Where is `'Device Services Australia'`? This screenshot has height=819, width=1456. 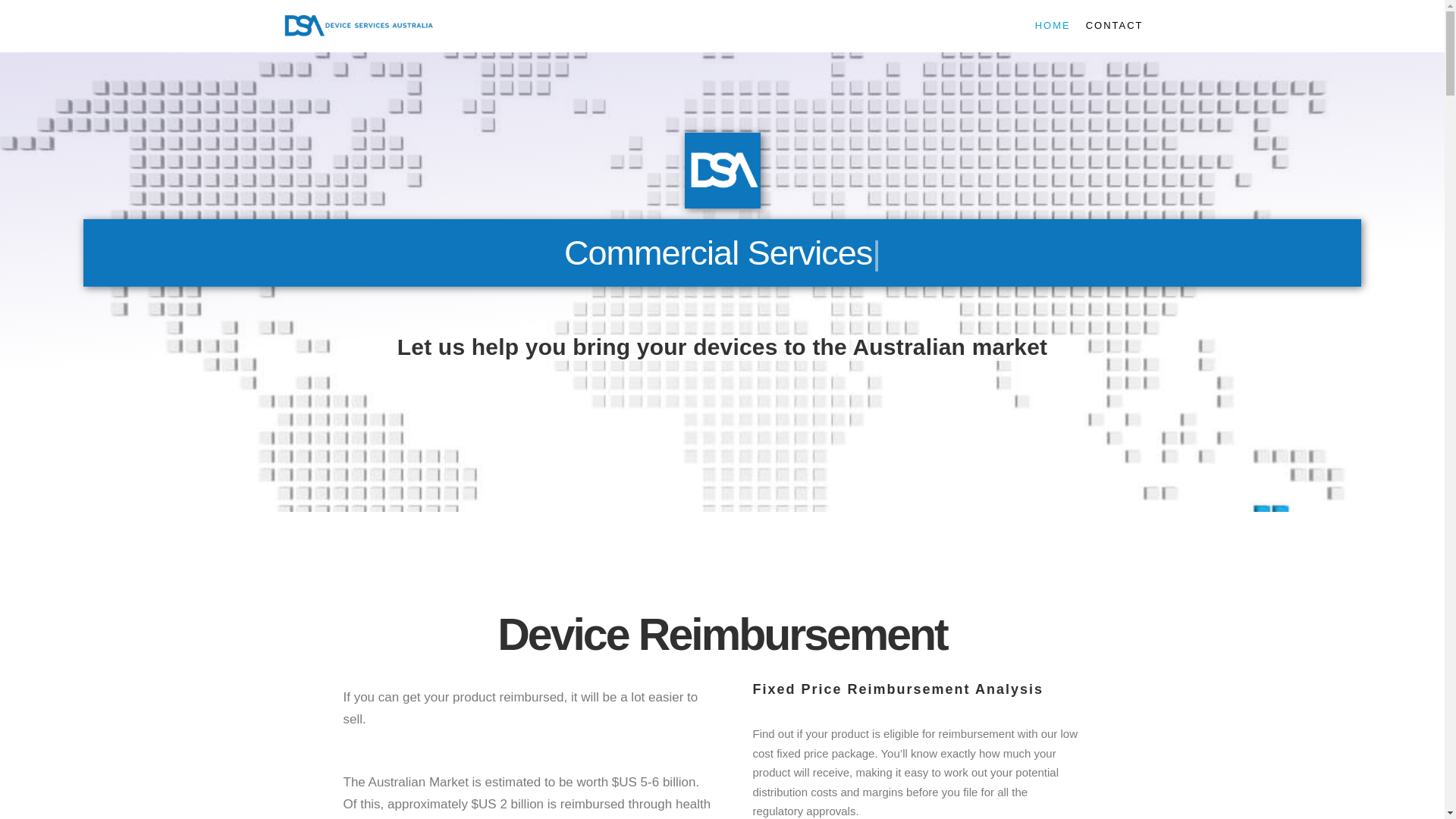
'Device Services Australia' is located at coordinates (356, 26).